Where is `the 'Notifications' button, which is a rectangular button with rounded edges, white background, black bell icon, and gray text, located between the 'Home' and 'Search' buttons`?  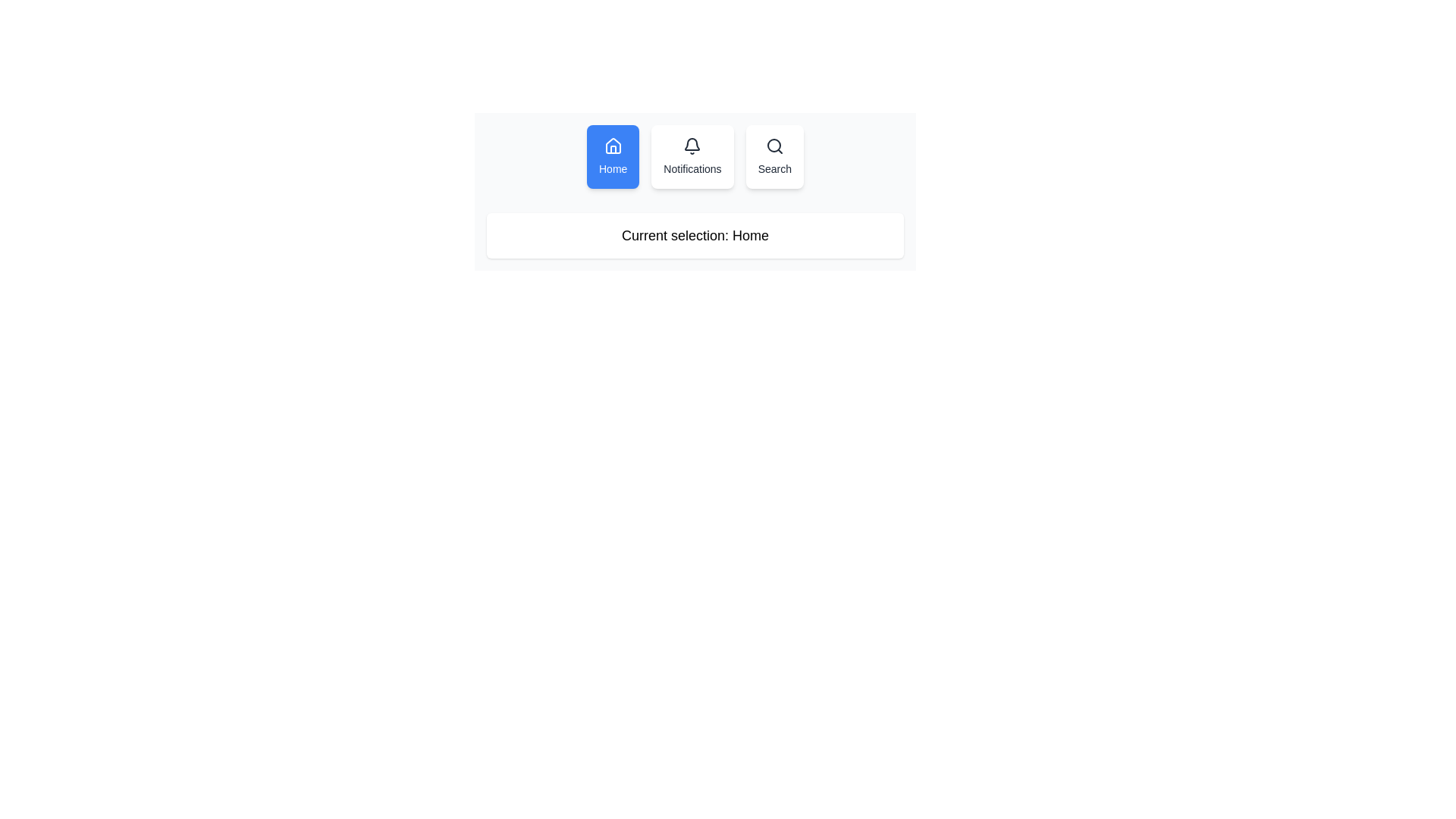
the 'Notifications' button, which is a rectangular button with rounded edges, white background, black bell icon, and gray text, located between the 'Home' and 'Search' buttons is located at coordinates (692, 157).